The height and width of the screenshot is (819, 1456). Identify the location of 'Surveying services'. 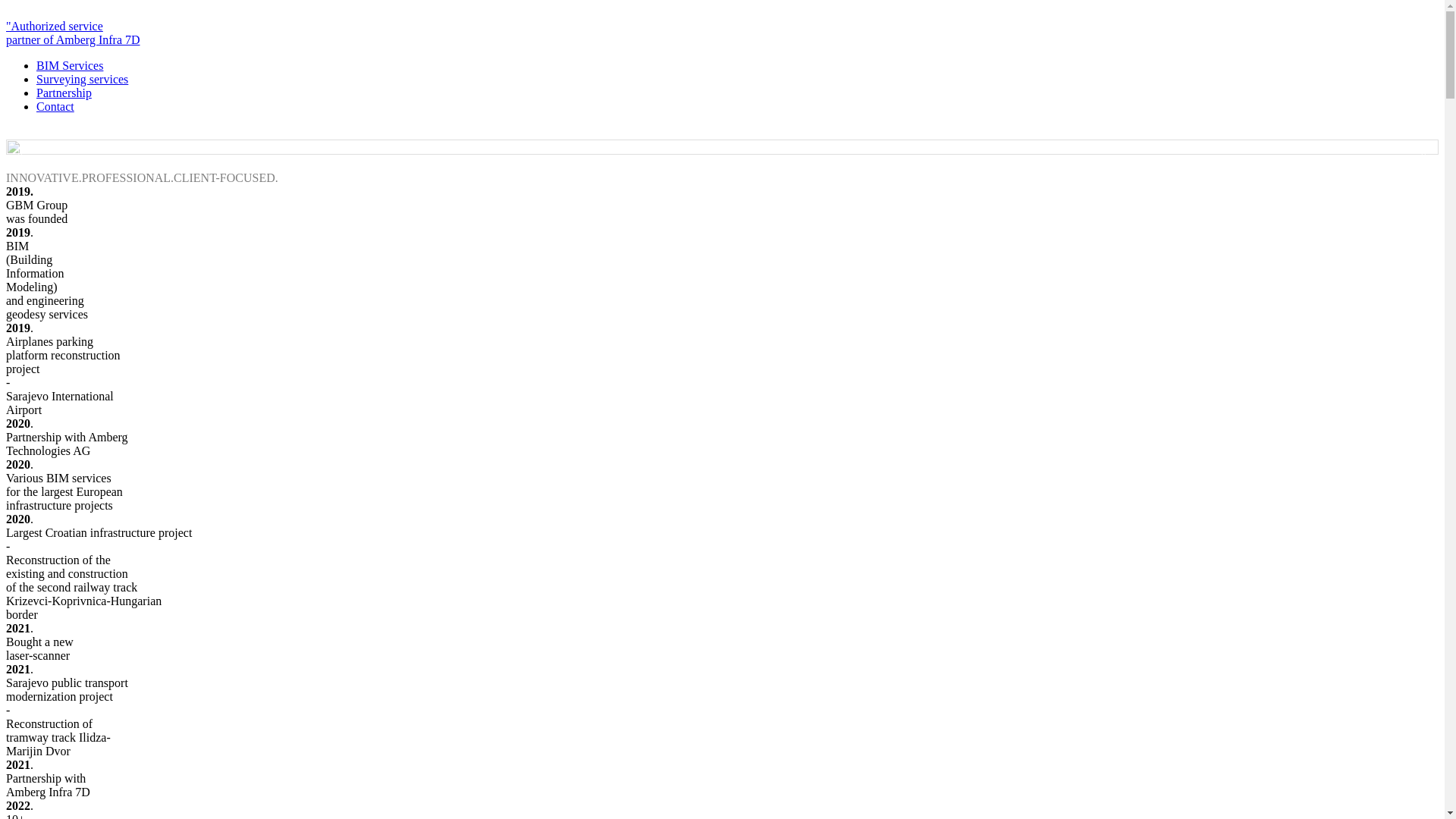
(81, 79).